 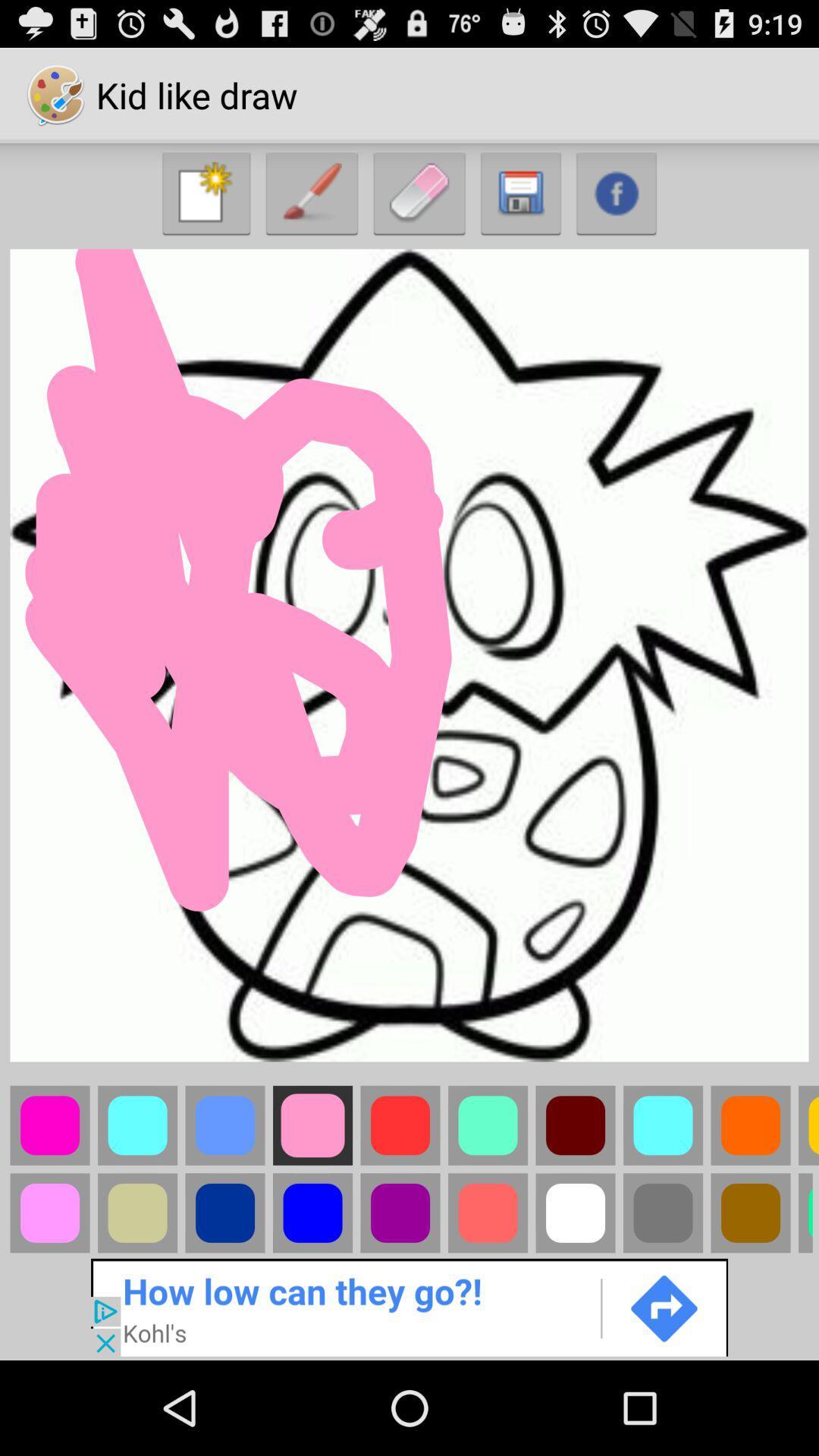 What do you see at coordinates (49, 1298) in the screenshot?
I see `the avatar icon` at bounding box center [49, 1298].